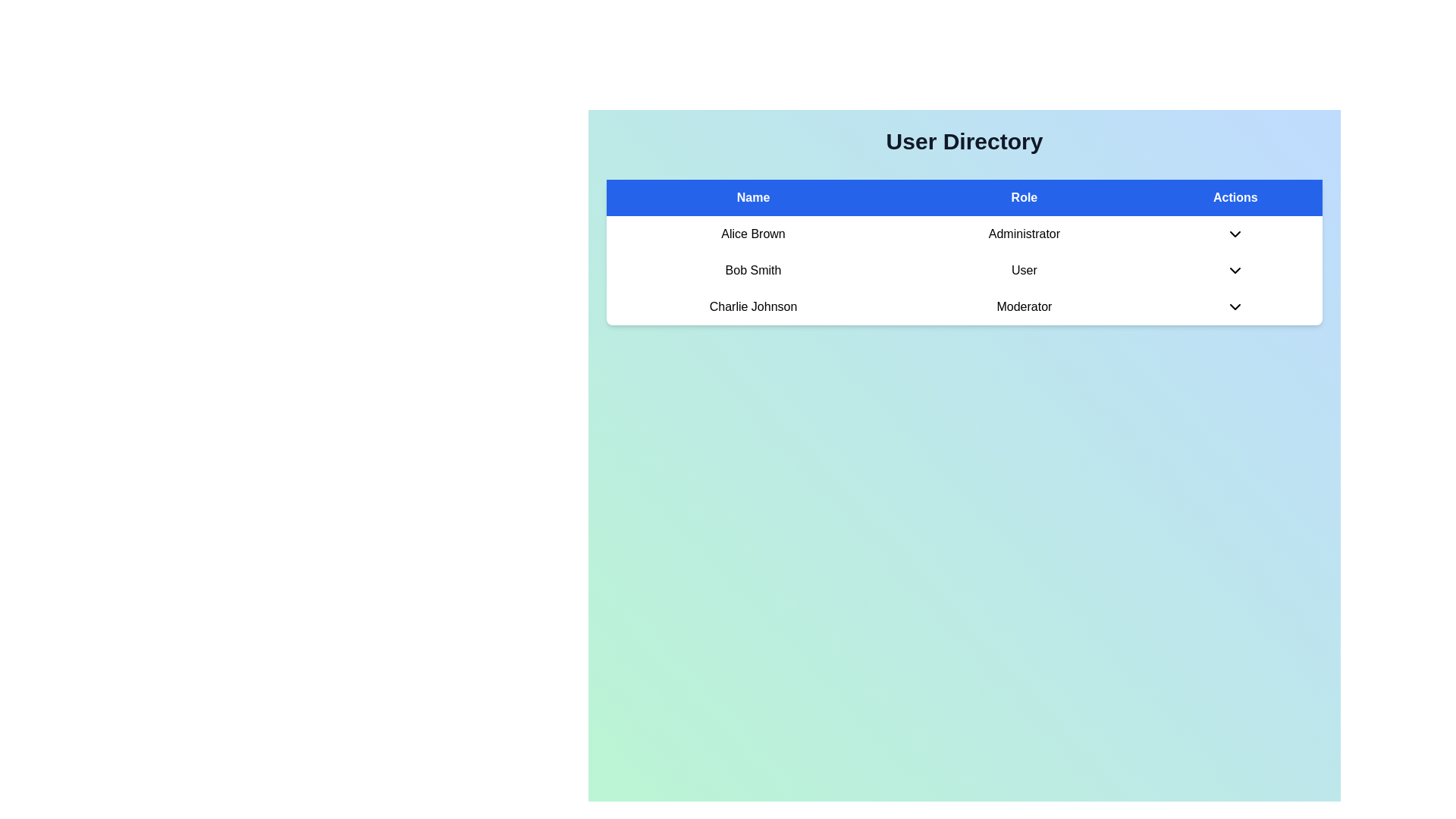  What do you see at coordinates (1235, 270) in the screenshot?
I see `the downward-pointing chevron icon located` at bounding box center [1235, 270].